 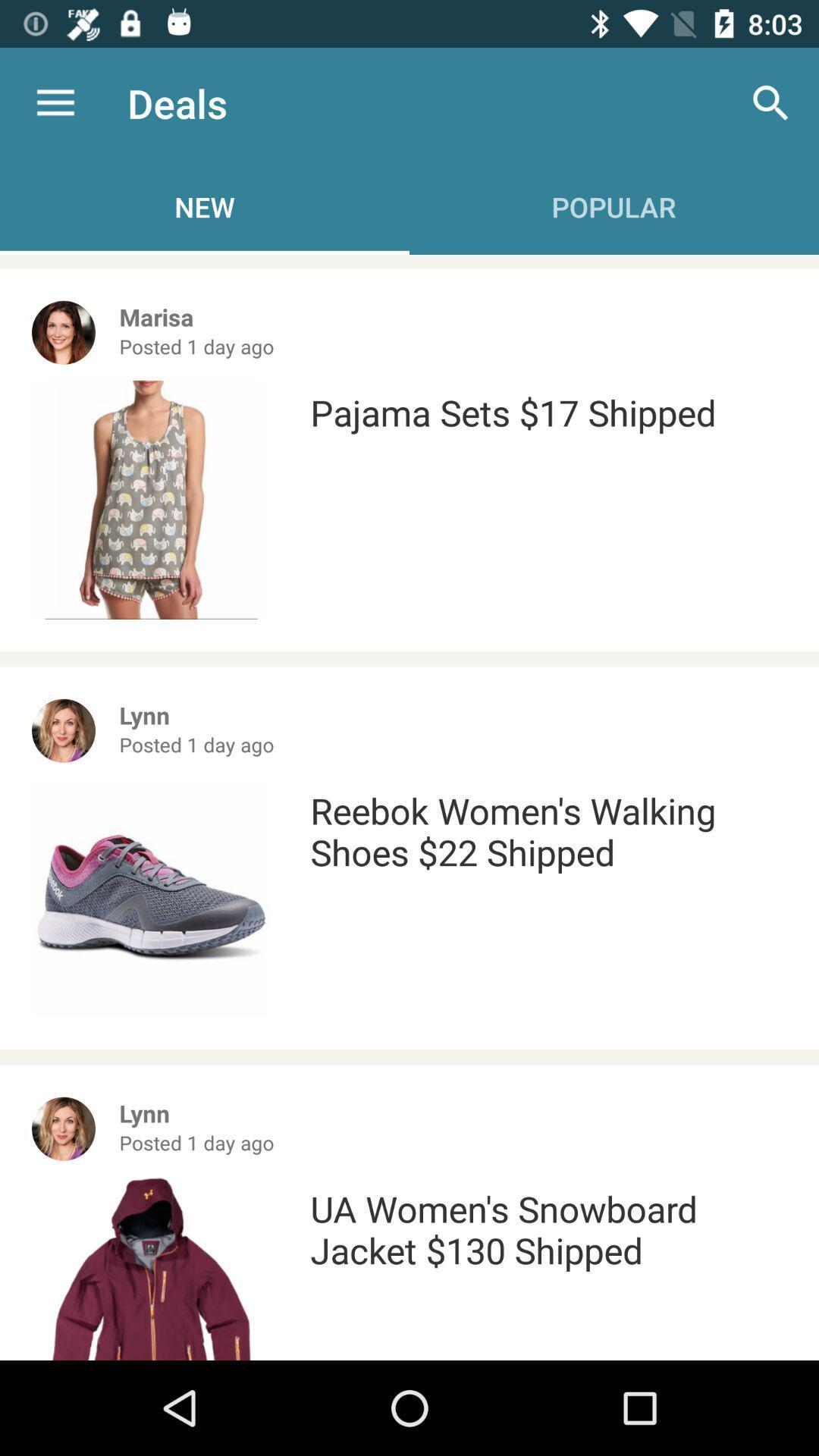 What do you see at coordinates (771, 102) in the screenshot?
I see `item above the pajama sets 17 icon` at bounding box center [771, 102].